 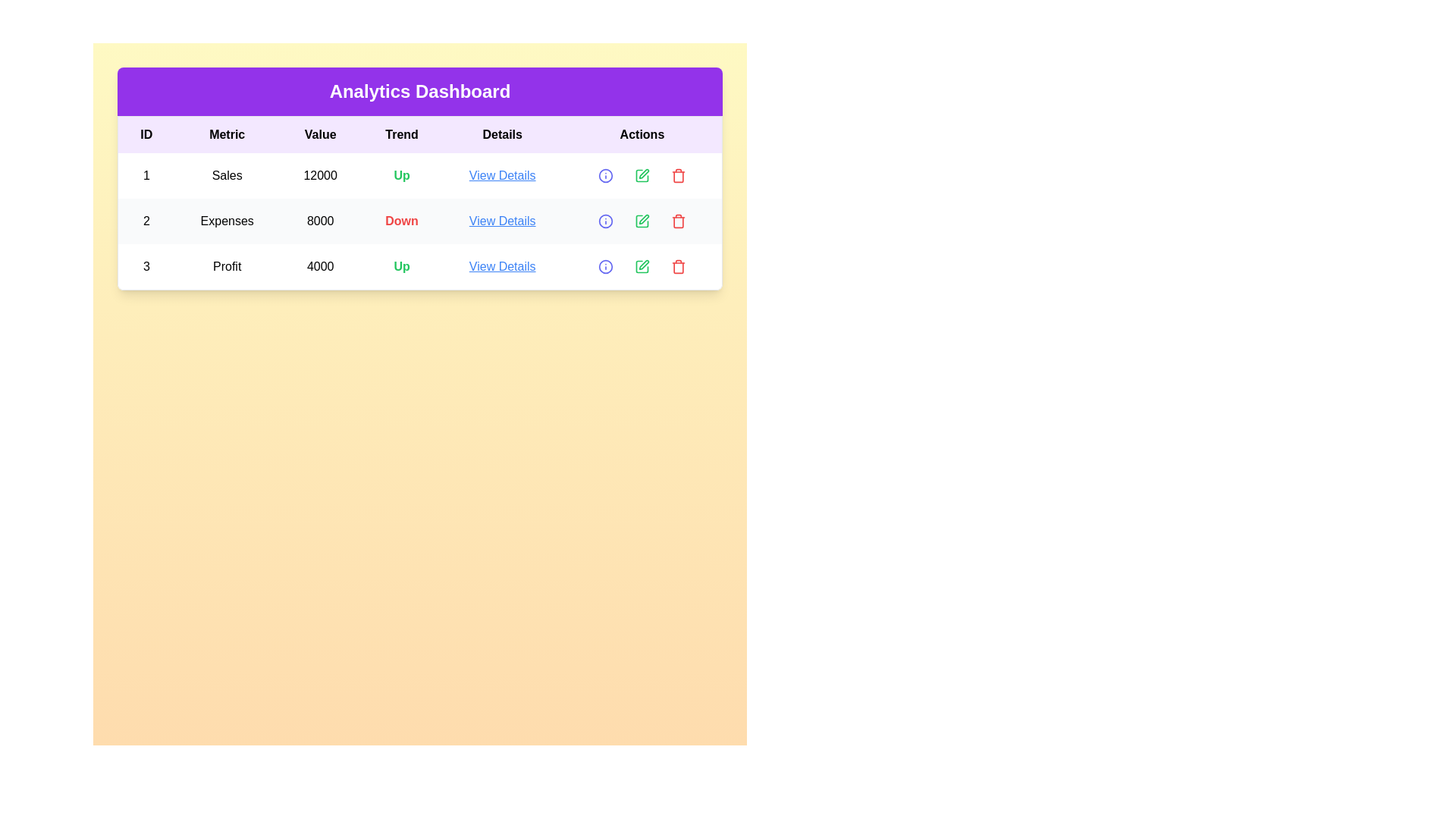 I want to click on the Icon Button in the third column under 'Actions' for the 'Profit' entry to enable keyboard accessibility options, so click(x=677, y=174).